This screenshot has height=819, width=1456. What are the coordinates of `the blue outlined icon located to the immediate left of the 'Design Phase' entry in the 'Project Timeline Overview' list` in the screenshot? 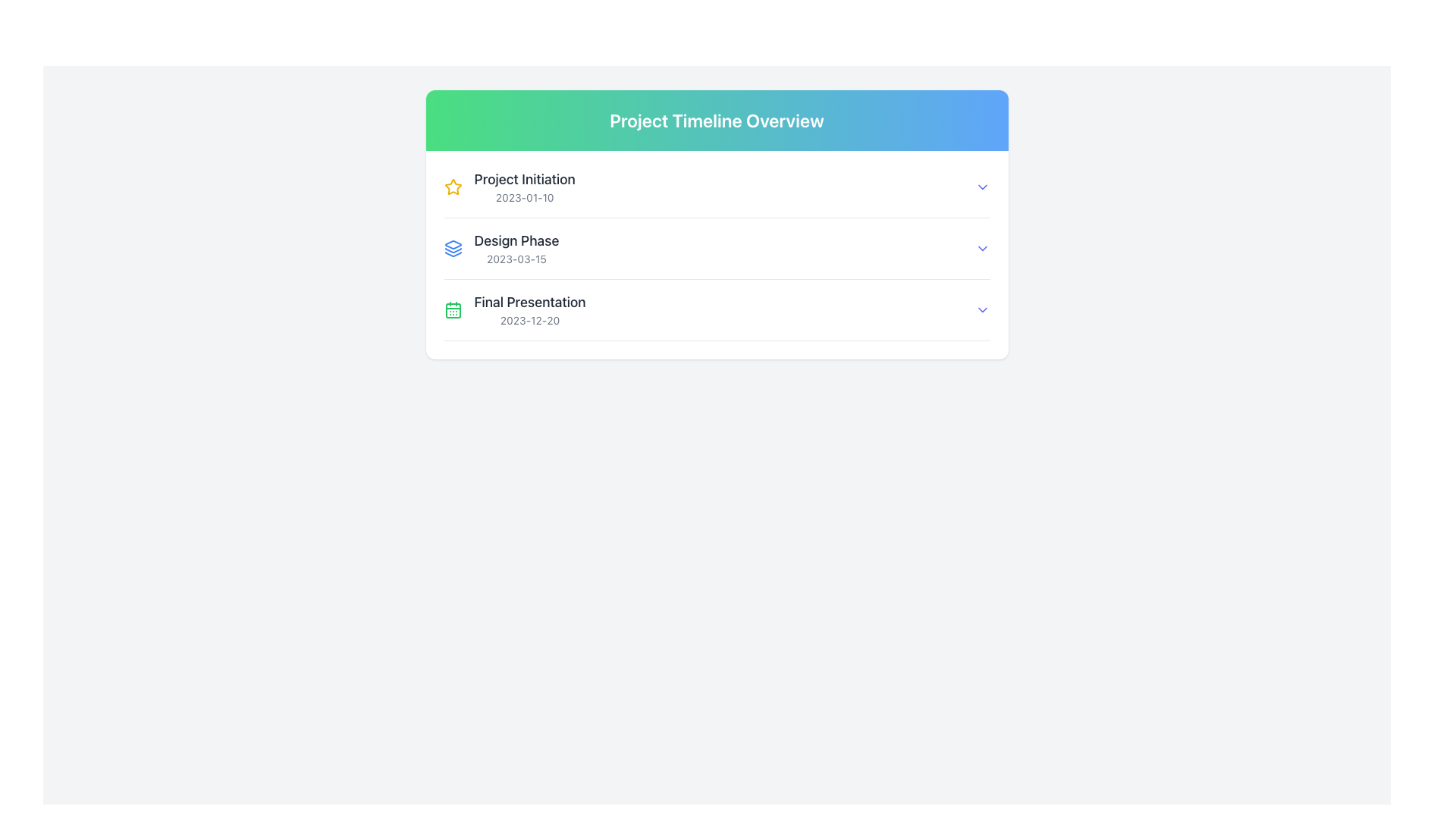 It's located at (452, 247).